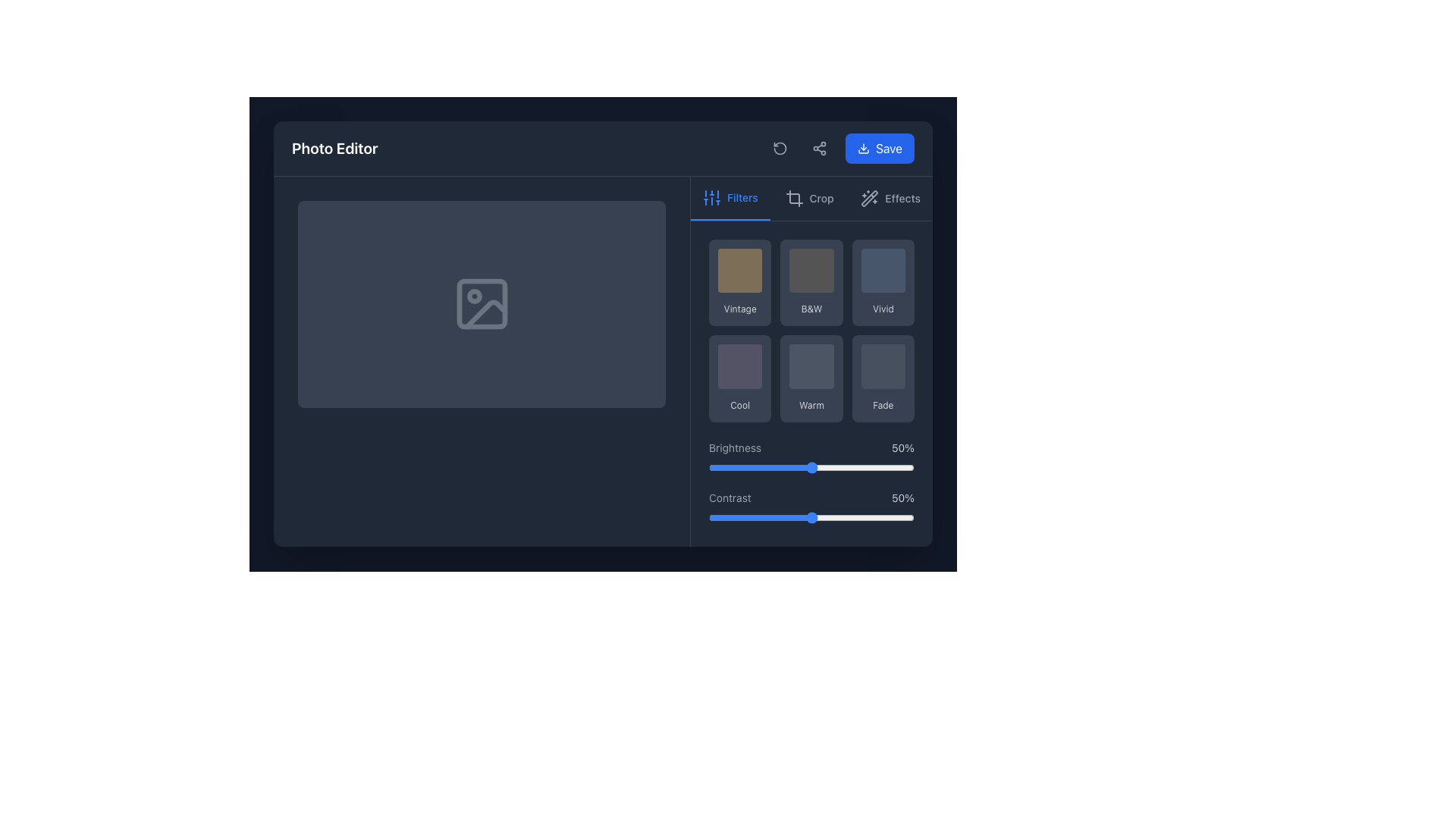  Describe the element at coordinates (334, 149) in the screenshot. I see `the bold white text label saying 'Photo Editor' located prominently in the upper-left area of the interface` at that location.